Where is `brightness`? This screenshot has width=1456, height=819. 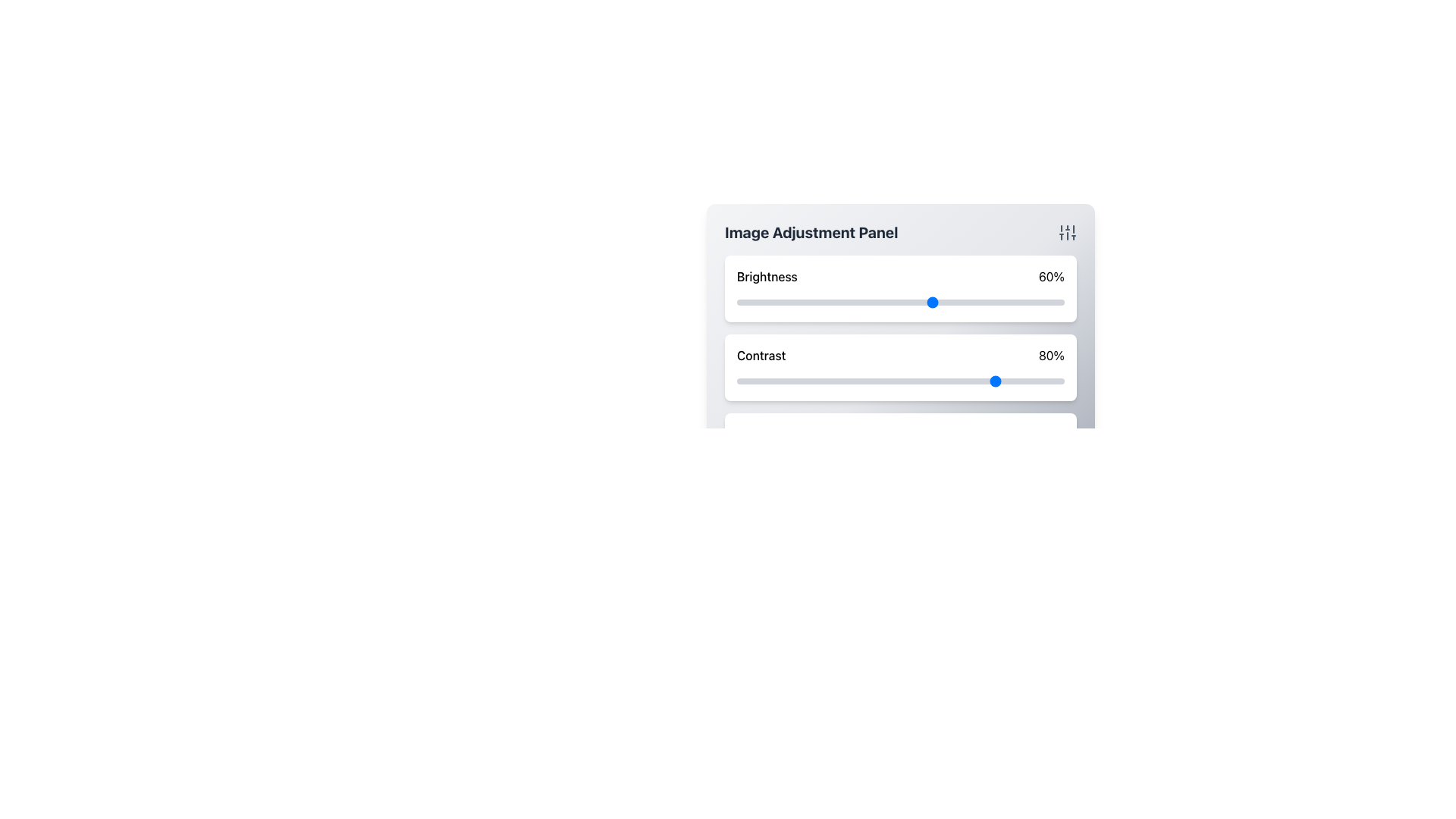
brightness is located at coordinates (976, 302).